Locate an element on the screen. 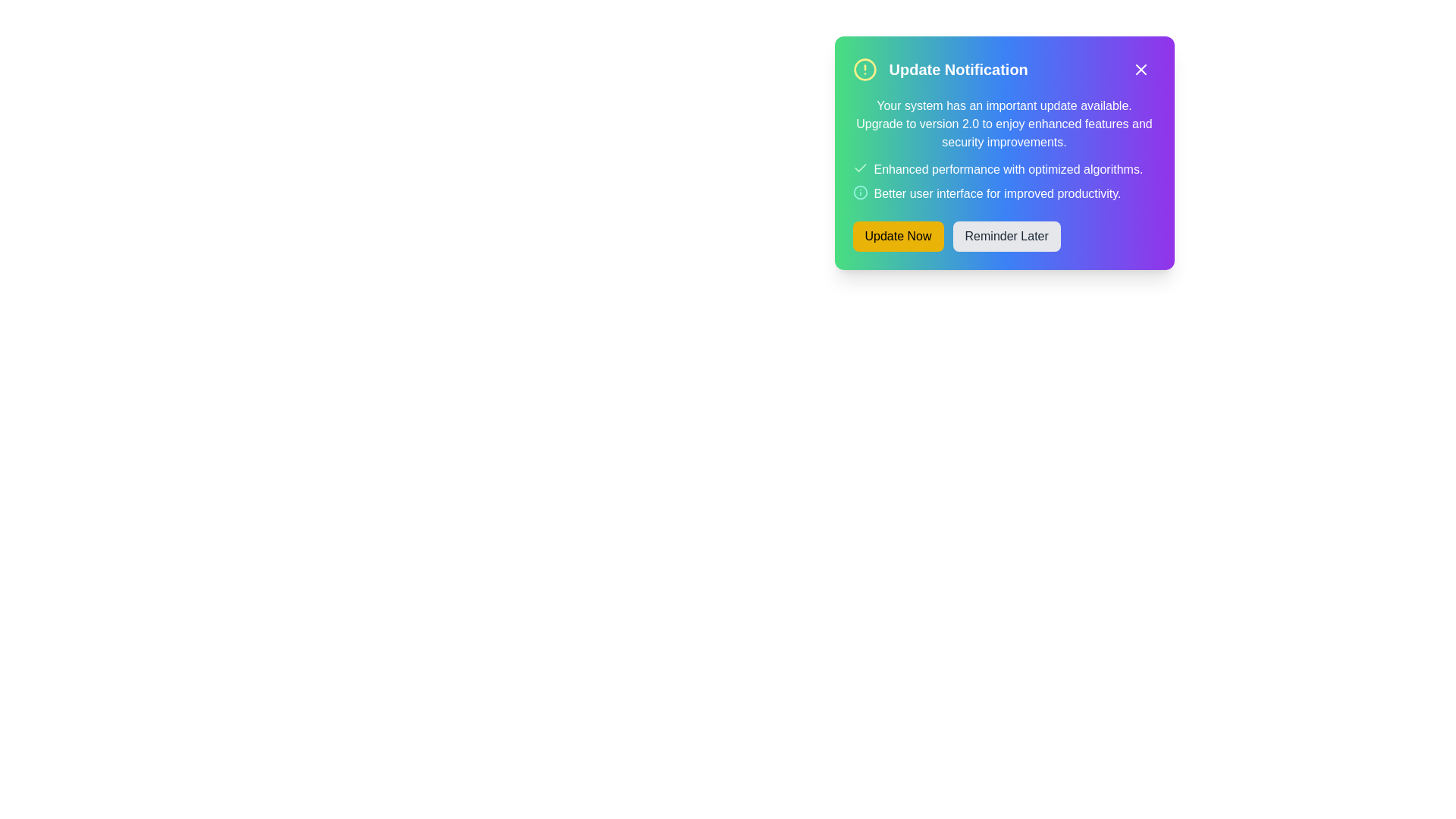  the alert notification icon located to the left of the 'Update Notification' title in the notification box is located at coordinates (864, 70).